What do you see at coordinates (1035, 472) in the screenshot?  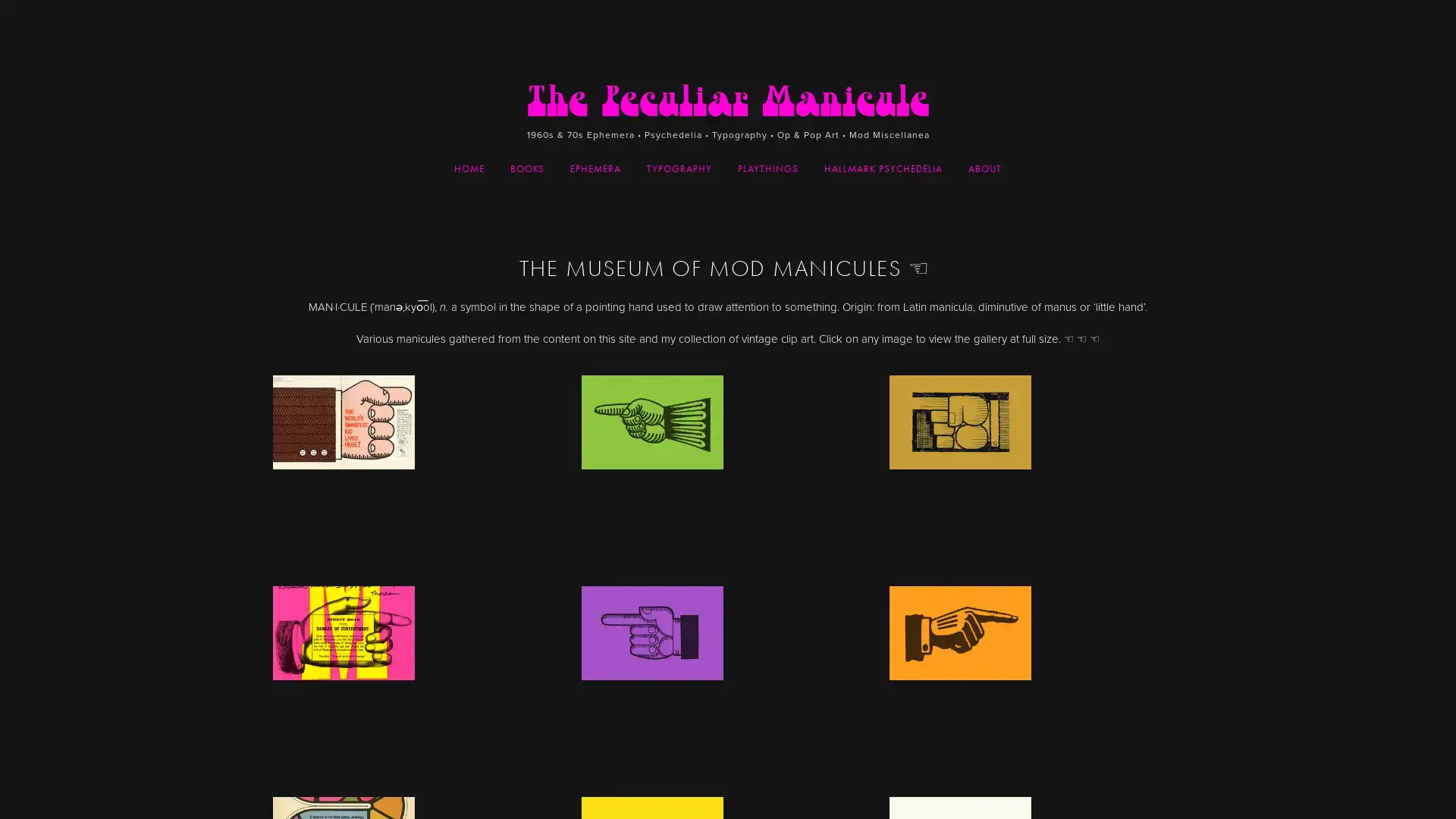 I see `View fullsize manicule-4-212.jpg` at bounding box center [1035, 472].